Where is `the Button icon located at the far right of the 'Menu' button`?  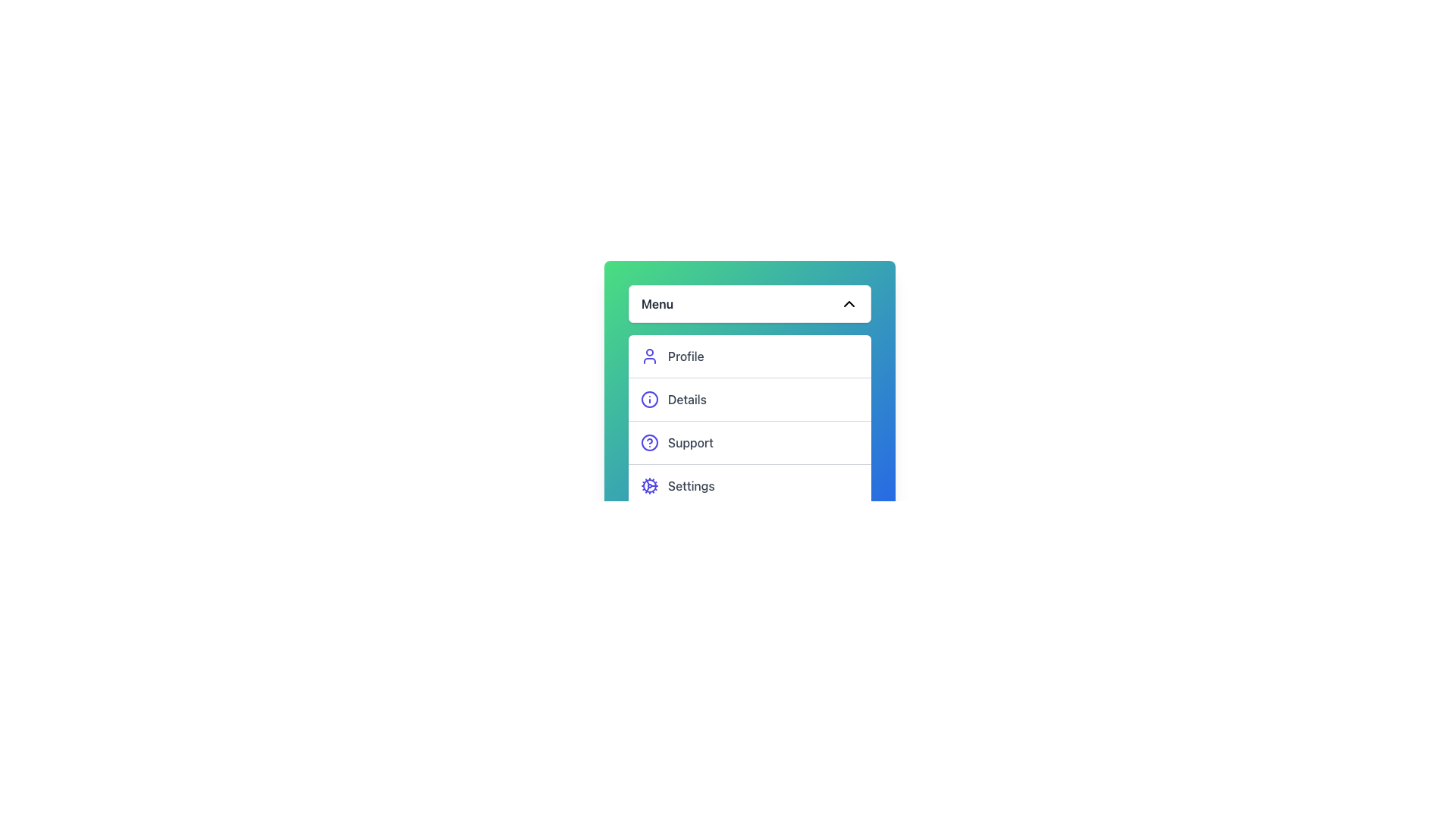
the Button icon located at the far right of the 'Menu' button is located at coordinates (848, 304).